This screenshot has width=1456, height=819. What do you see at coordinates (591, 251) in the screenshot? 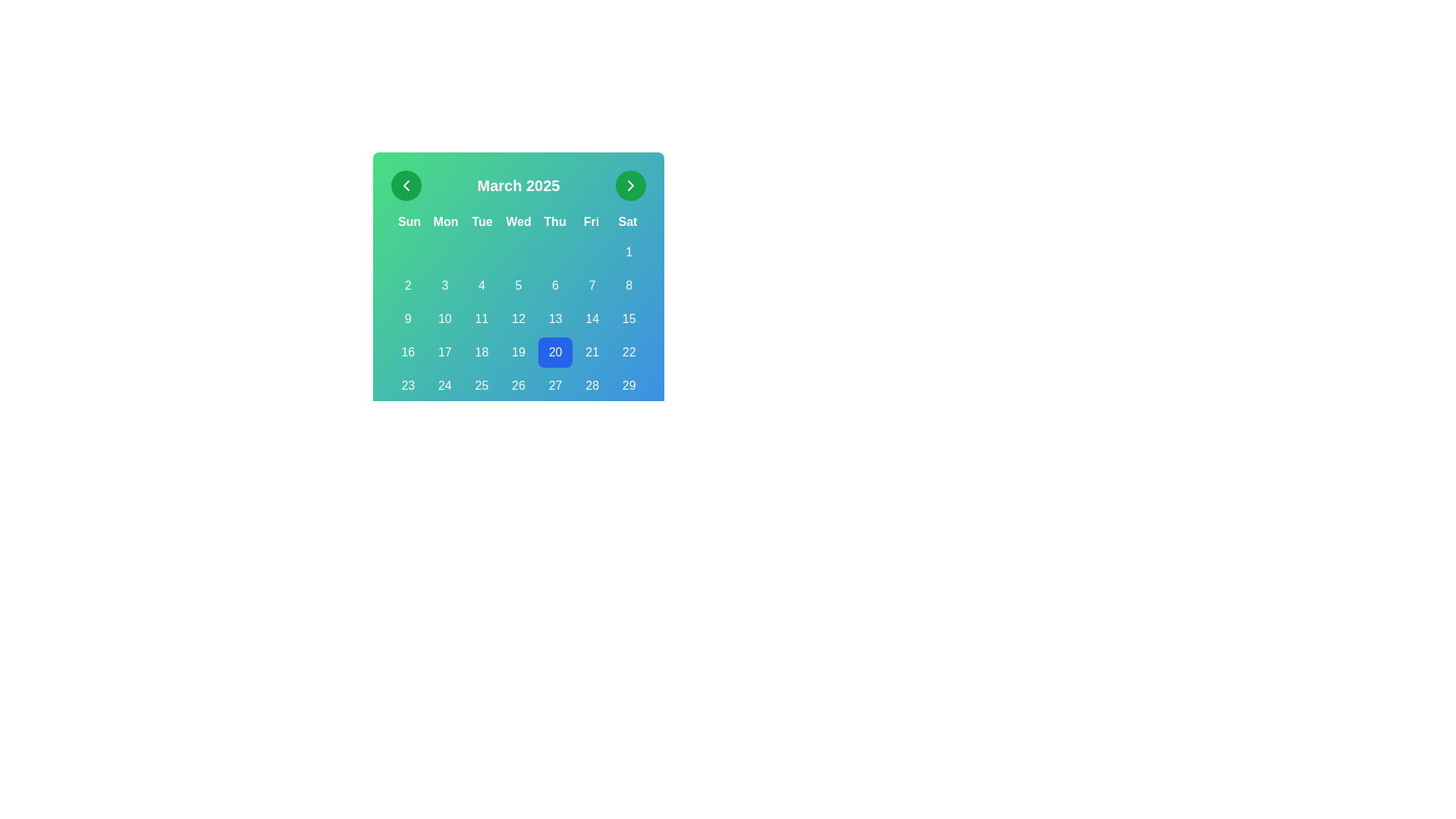
I see `the placeholder or empty cell in the first row of the calendar grid, specifically the sixth cell from the left, which is non-interactive and indicates a cell that does not belong to the current month` at bounding box center [591, 251].